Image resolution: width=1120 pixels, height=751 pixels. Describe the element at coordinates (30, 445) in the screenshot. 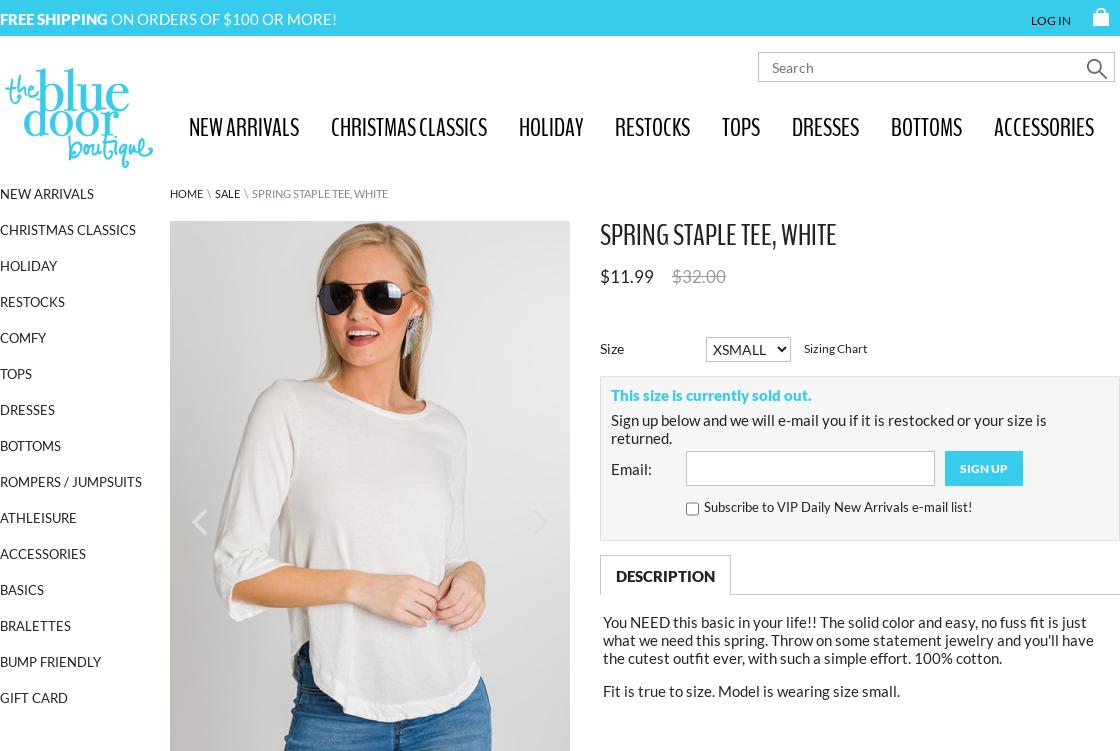

I see `'Bottoms'` at that location.